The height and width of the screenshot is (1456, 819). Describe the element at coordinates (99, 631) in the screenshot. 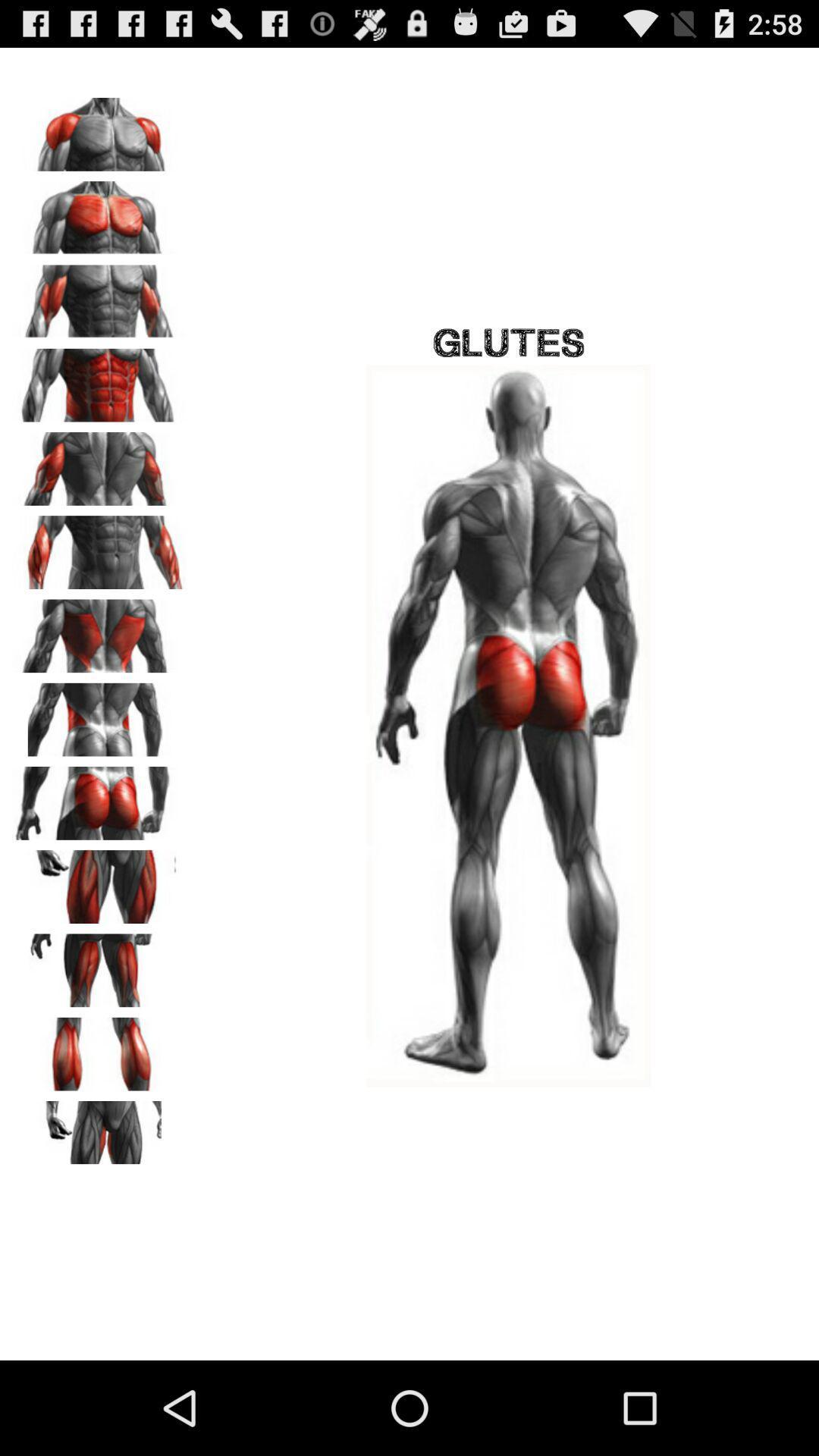

I see `back` at that location.